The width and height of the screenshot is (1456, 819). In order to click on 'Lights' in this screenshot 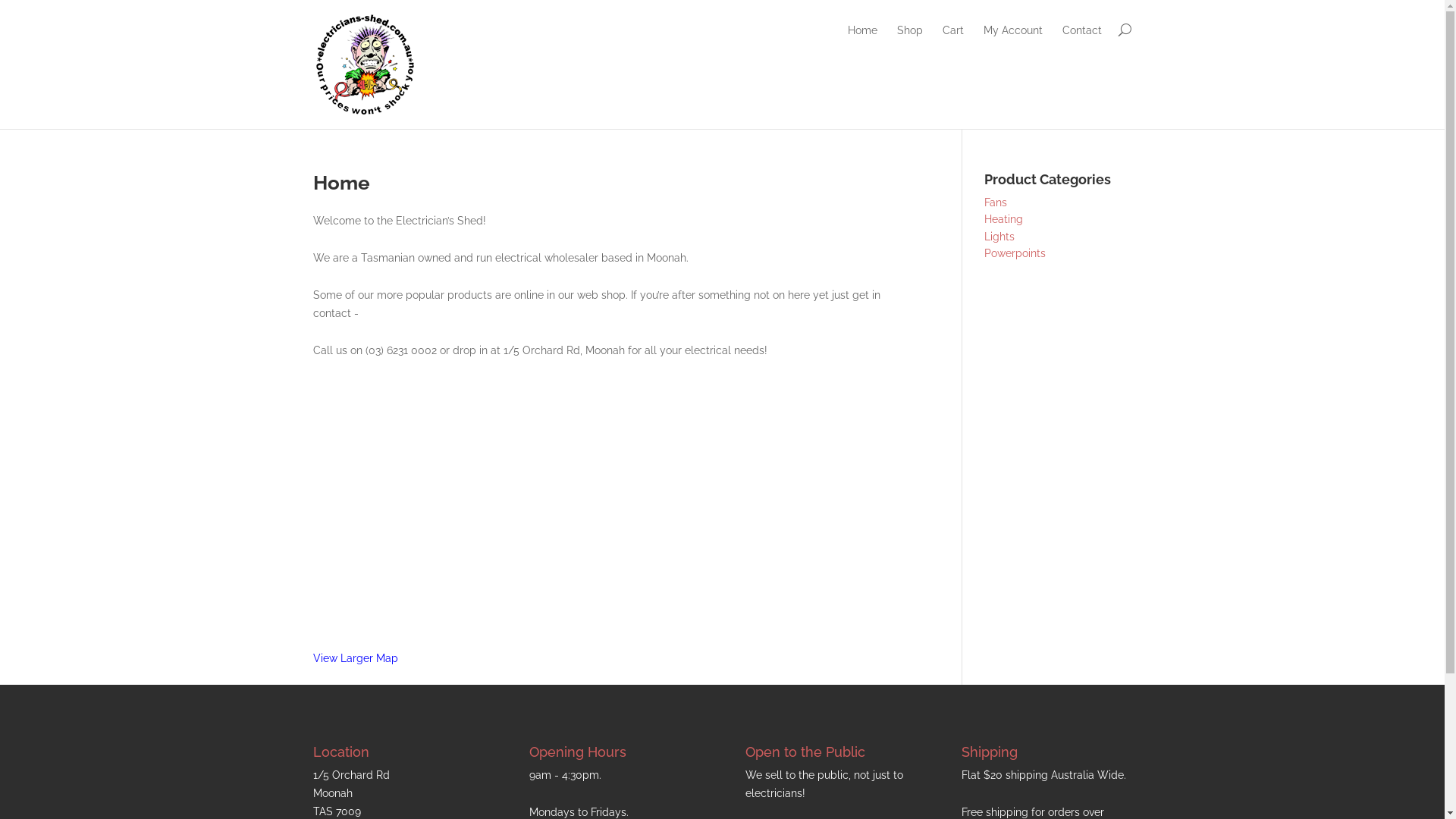, I will do `click(999, 237)`.